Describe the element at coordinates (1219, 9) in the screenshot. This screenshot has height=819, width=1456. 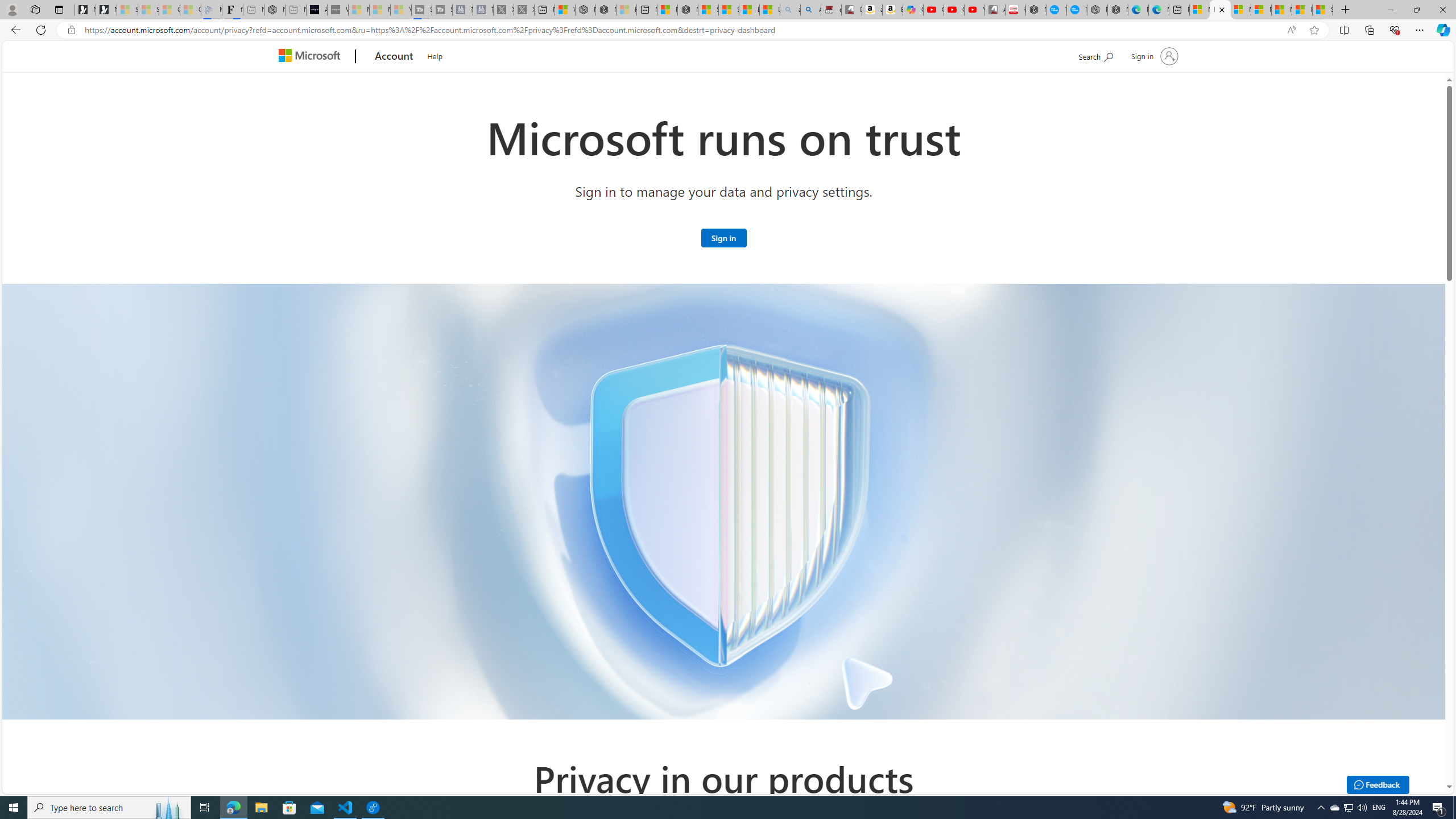
I see `'Microsoft account | Microsoft Account Privacy Settings'` at that location.